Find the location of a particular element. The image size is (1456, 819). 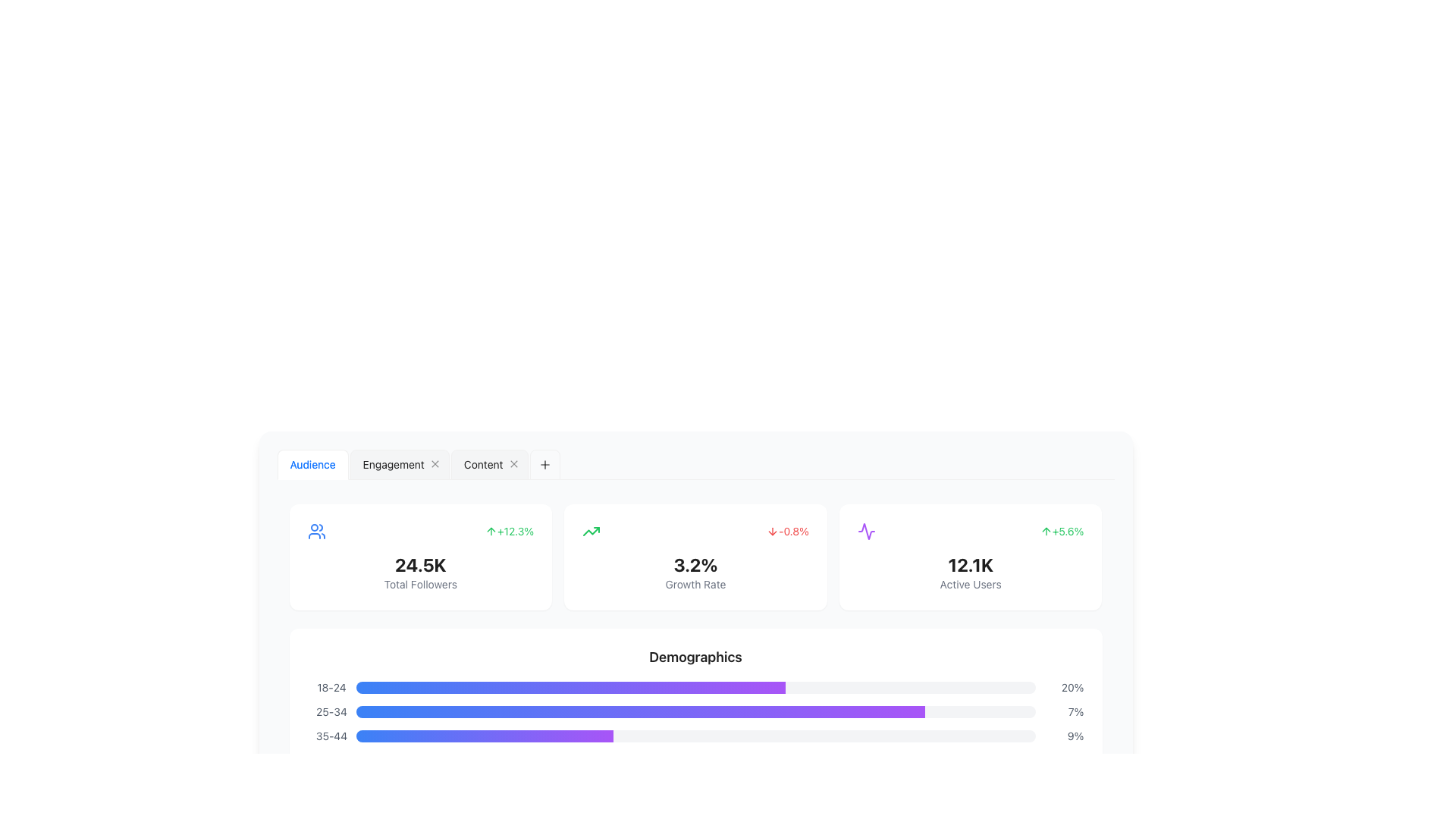

the button located to the far right of the tab navigation bar, which adds a new tab when clicked is located at coordinates (544, 464).